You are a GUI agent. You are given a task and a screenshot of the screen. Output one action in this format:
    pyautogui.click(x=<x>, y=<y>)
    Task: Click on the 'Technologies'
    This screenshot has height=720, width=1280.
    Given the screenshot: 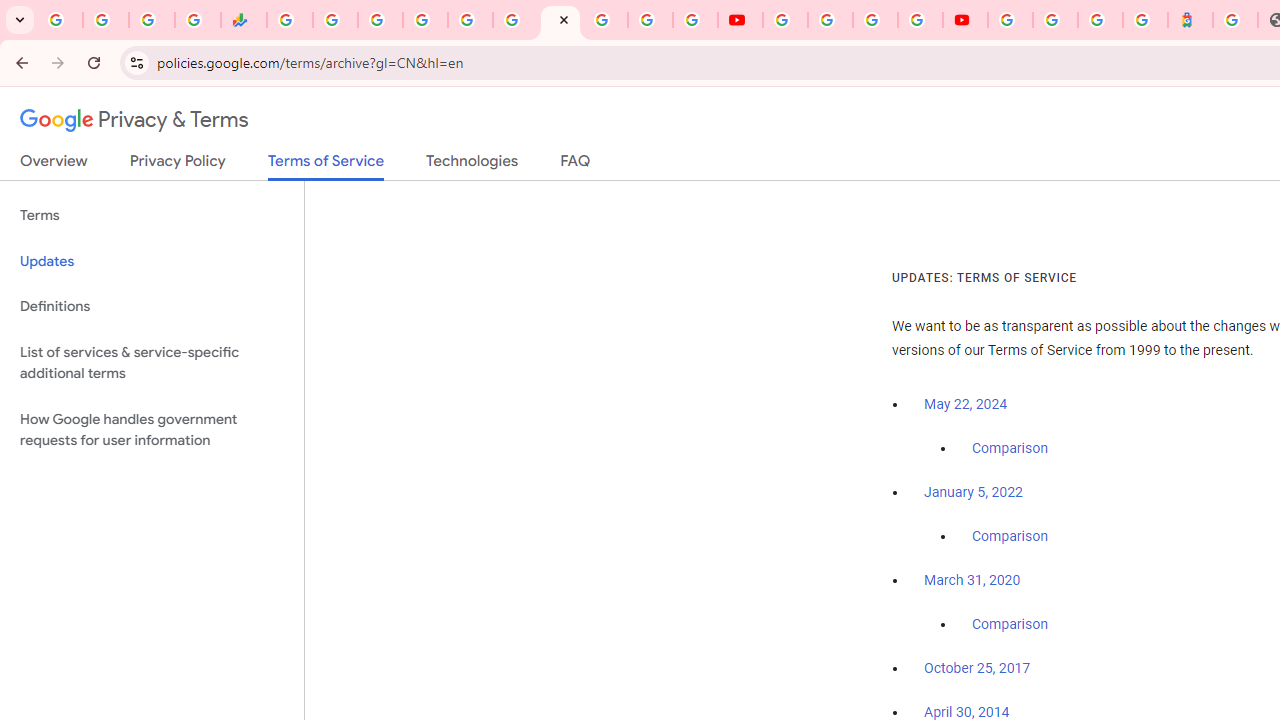 What is the action you would take?
    pyautogui.click(x=471, y=164)
    